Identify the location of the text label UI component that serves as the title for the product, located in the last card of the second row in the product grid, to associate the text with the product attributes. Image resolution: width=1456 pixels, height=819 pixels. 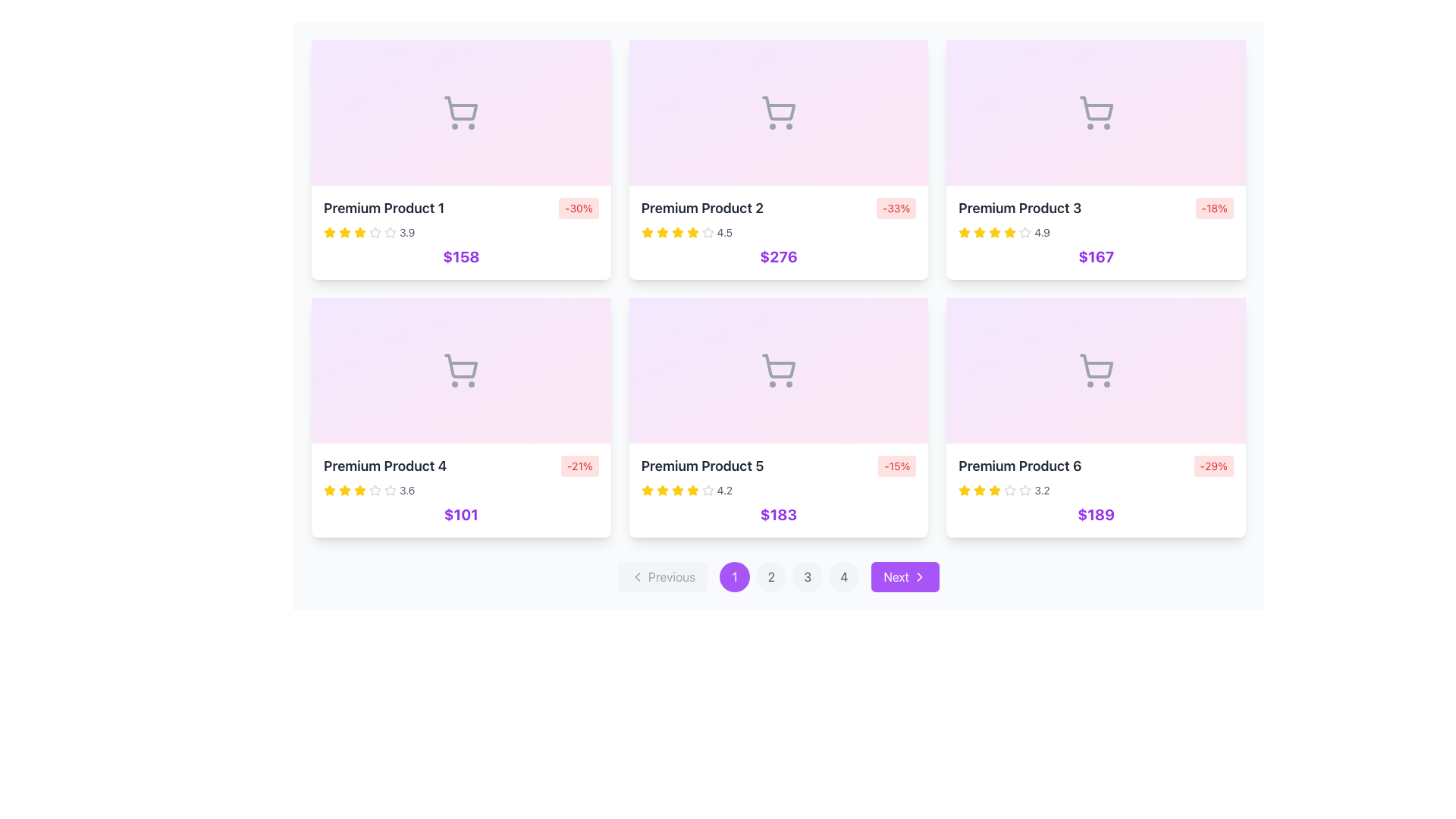
(1020, 465).